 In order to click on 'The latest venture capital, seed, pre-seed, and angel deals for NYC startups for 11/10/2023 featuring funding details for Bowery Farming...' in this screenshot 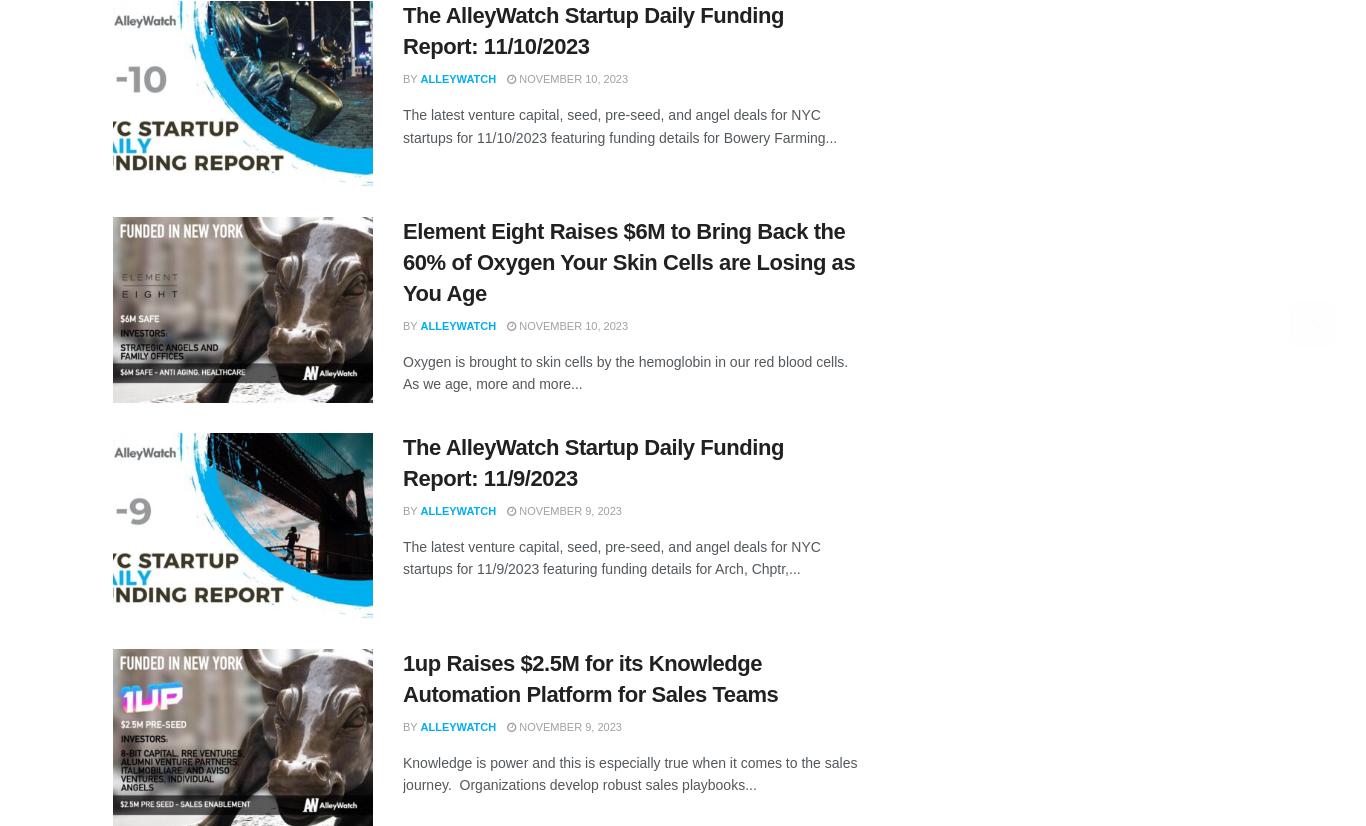, I will do `click(619, 125)`.